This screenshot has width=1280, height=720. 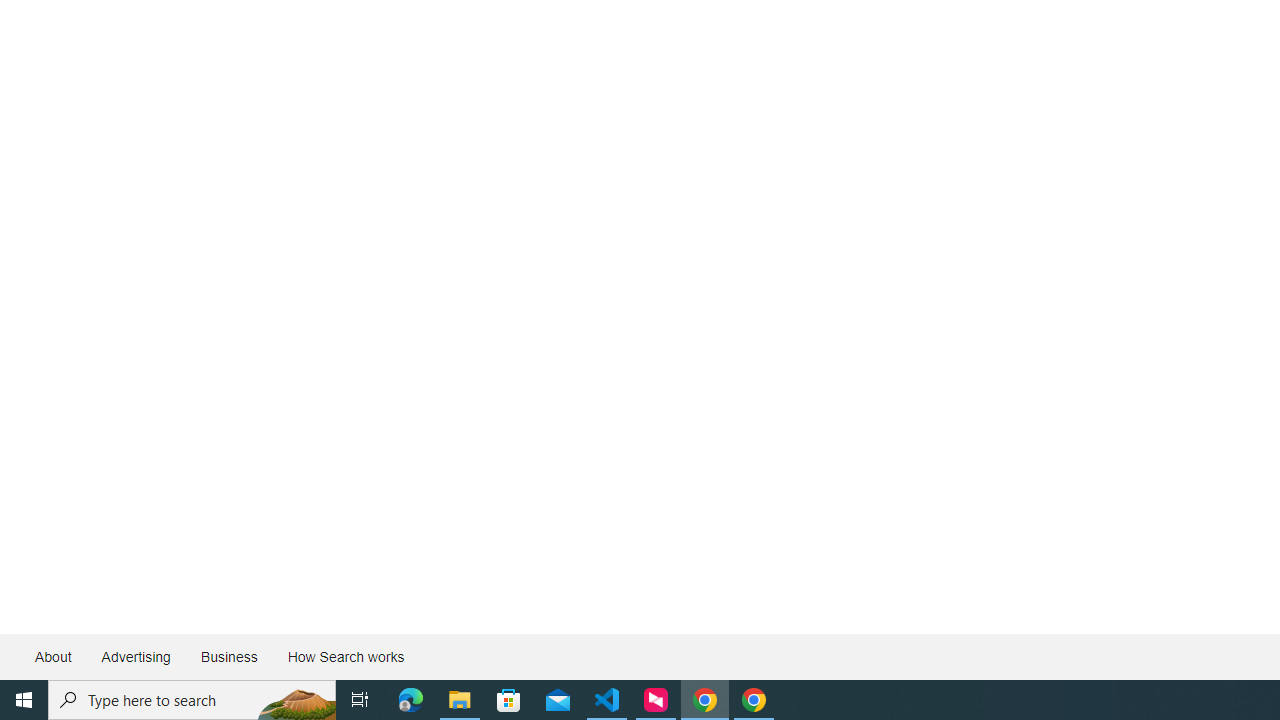 What do you see at coordinates (134, 657) in the screenshot?
I see `'Advertising'` at bounding box center [134, 657].